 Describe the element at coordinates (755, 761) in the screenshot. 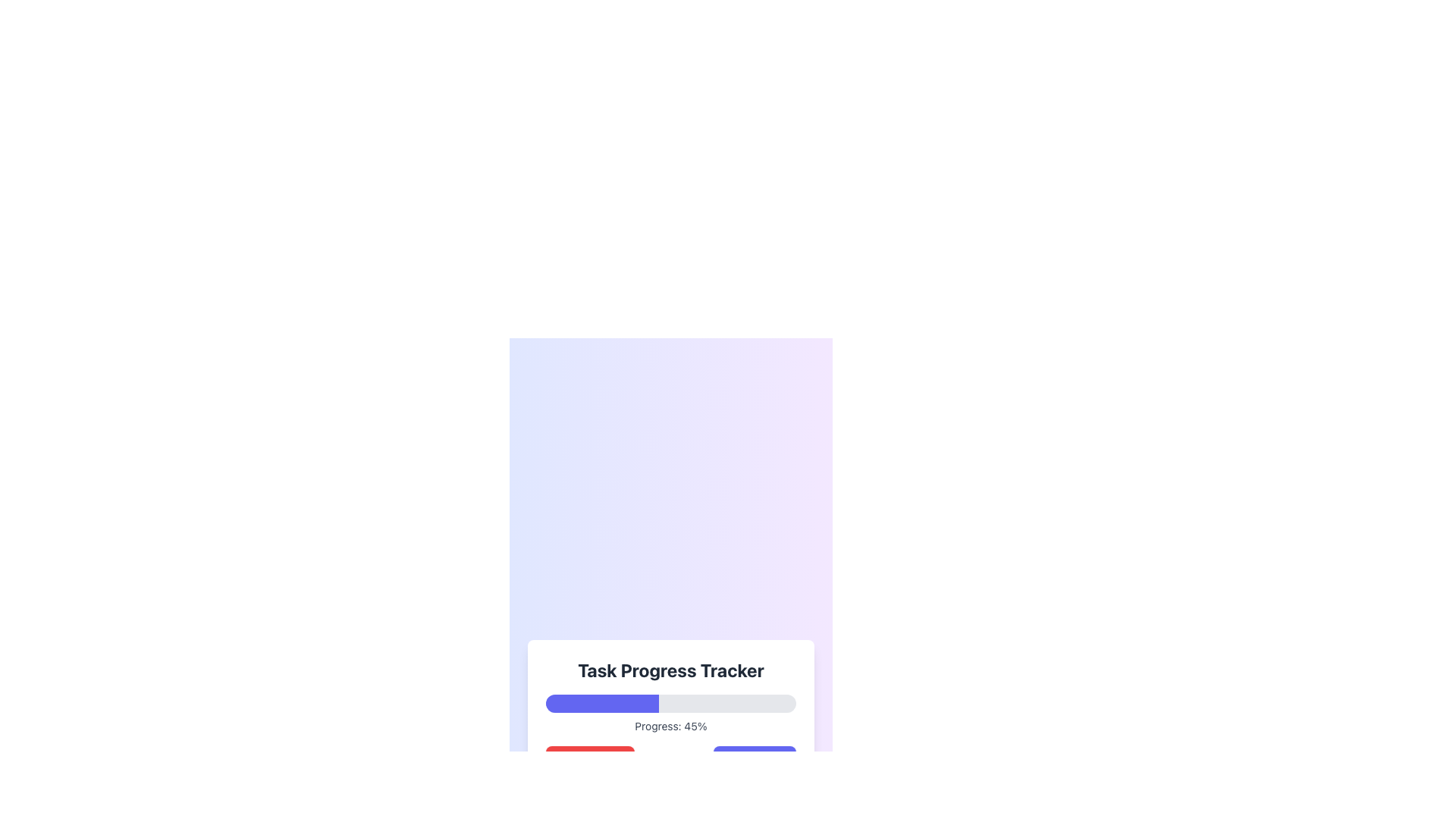

I see `the 'Increase' button located at the bottom section of the interface, positioned to the right of the 'Decrease' button` at that location.